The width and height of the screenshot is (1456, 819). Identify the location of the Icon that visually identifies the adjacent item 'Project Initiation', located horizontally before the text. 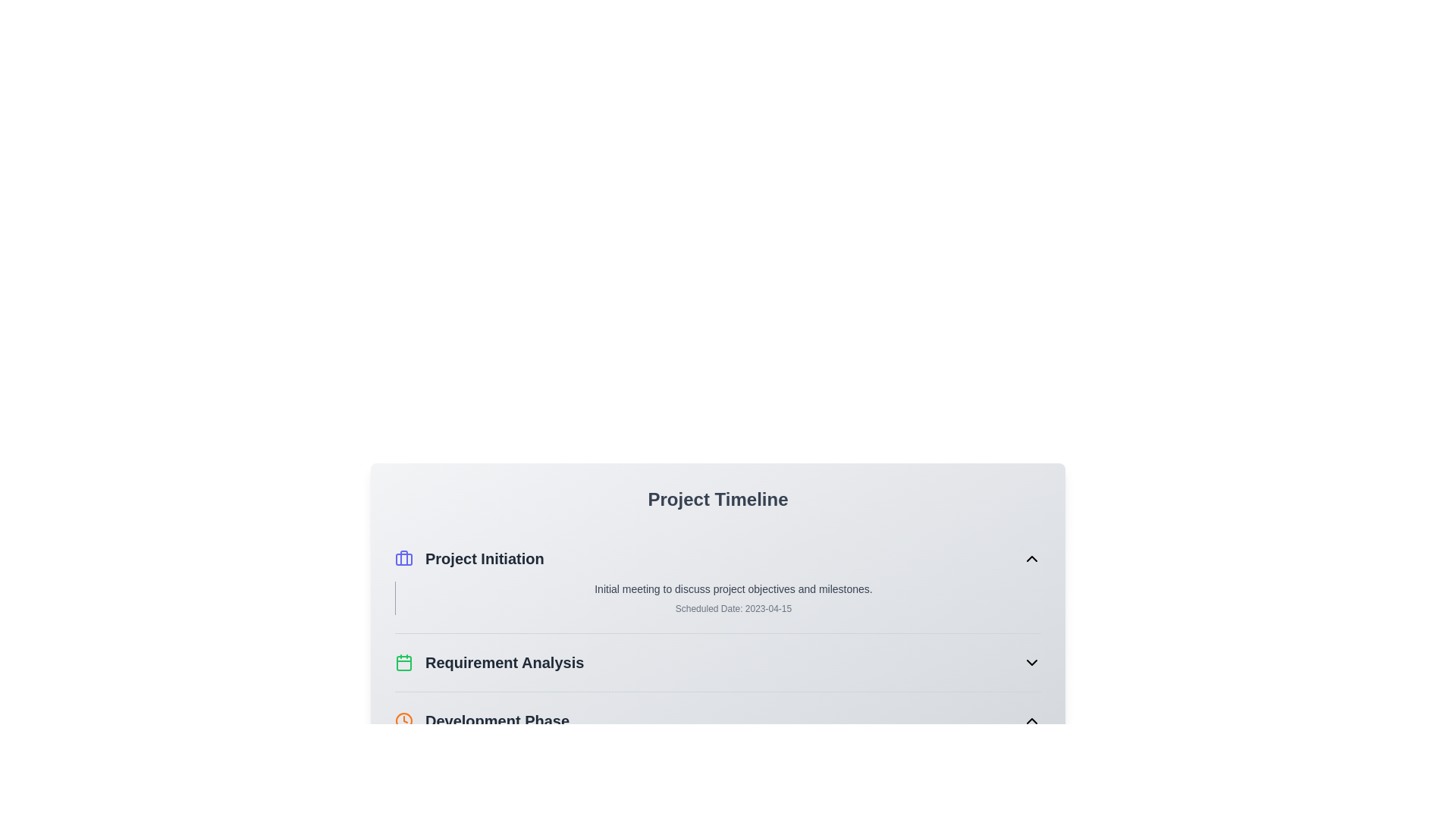
(403, 558).